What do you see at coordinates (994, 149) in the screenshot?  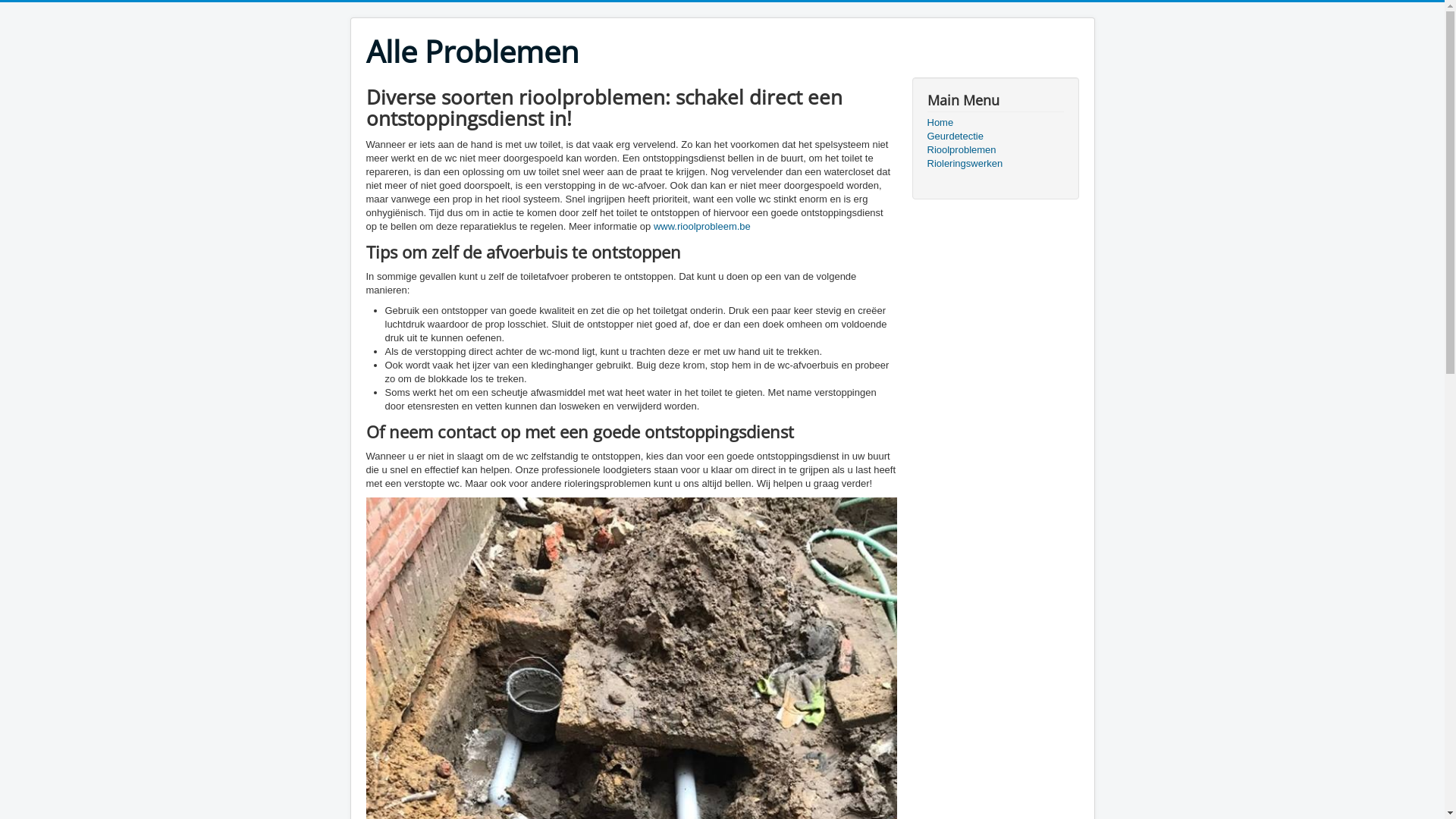 I see `'Rioolproblemen'` at bounding box center [994, 149].